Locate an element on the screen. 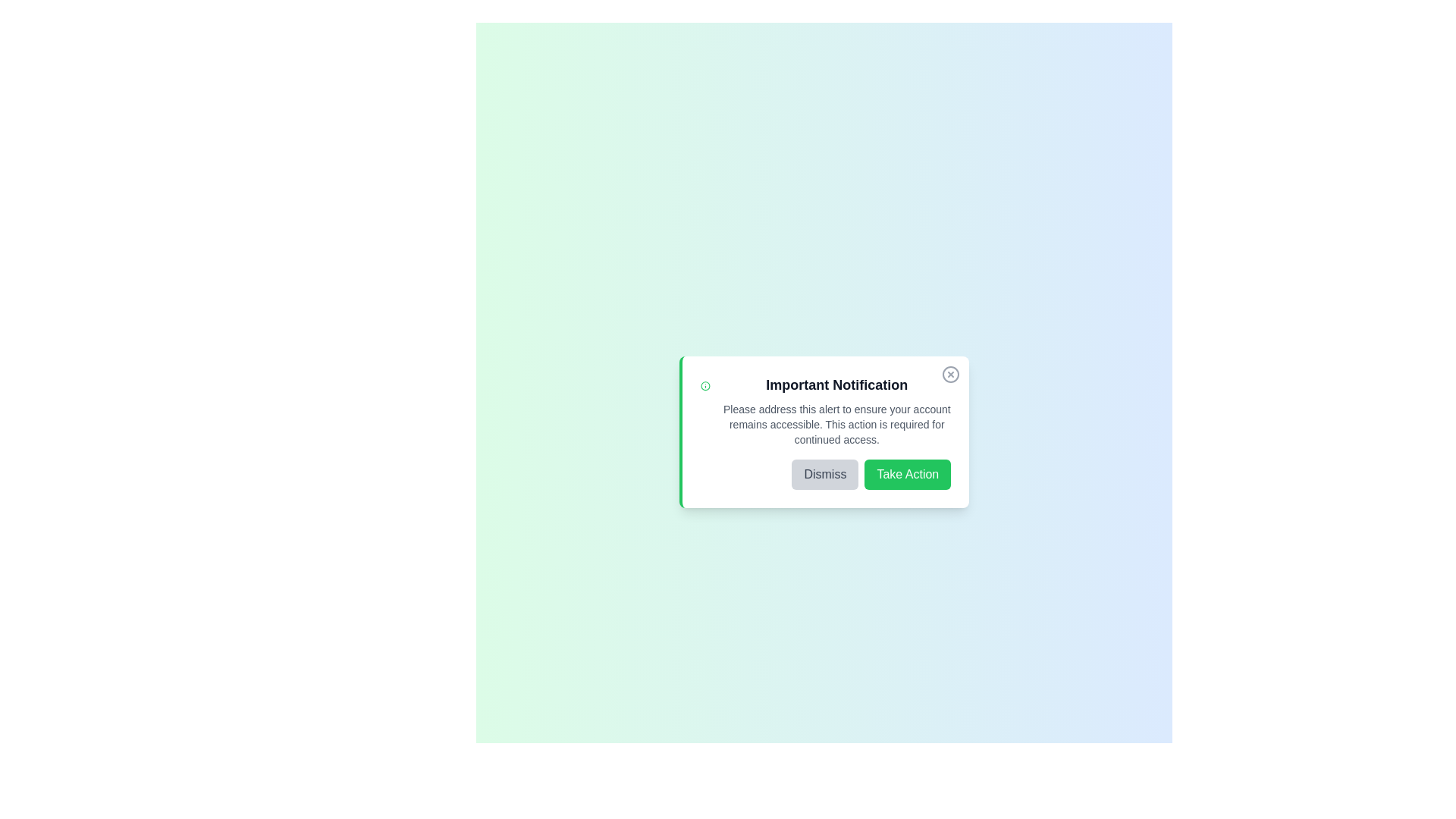  the 'Take Action' button to proceed is located at coordinates (907, 473).